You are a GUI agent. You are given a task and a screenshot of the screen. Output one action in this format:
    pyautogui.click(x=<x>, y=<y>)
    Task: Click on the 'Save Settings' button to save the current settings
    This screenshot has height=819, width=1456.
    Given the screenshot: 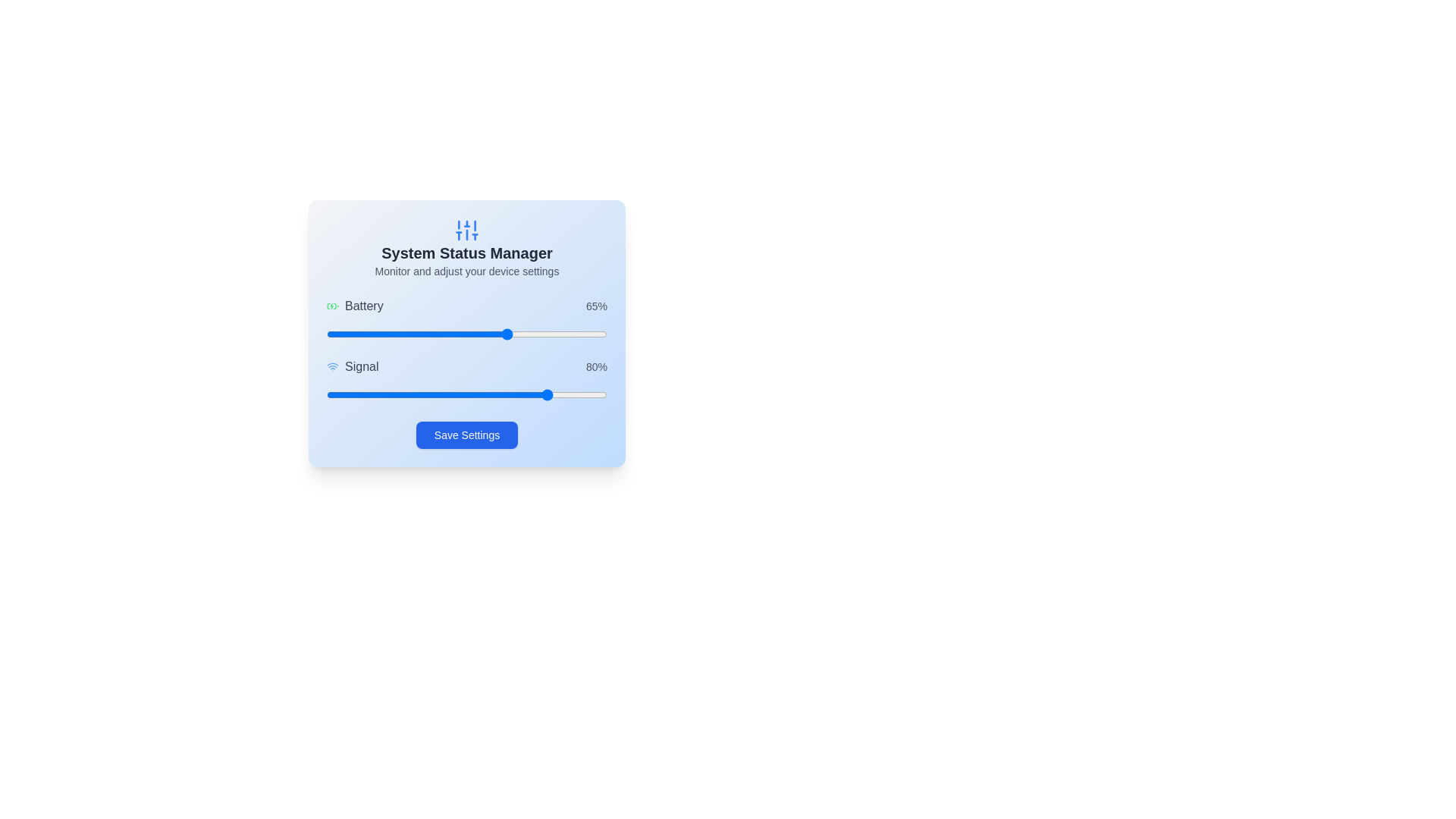 What is the action you would take?
    pyautogui.click(x=466, y=435)
    